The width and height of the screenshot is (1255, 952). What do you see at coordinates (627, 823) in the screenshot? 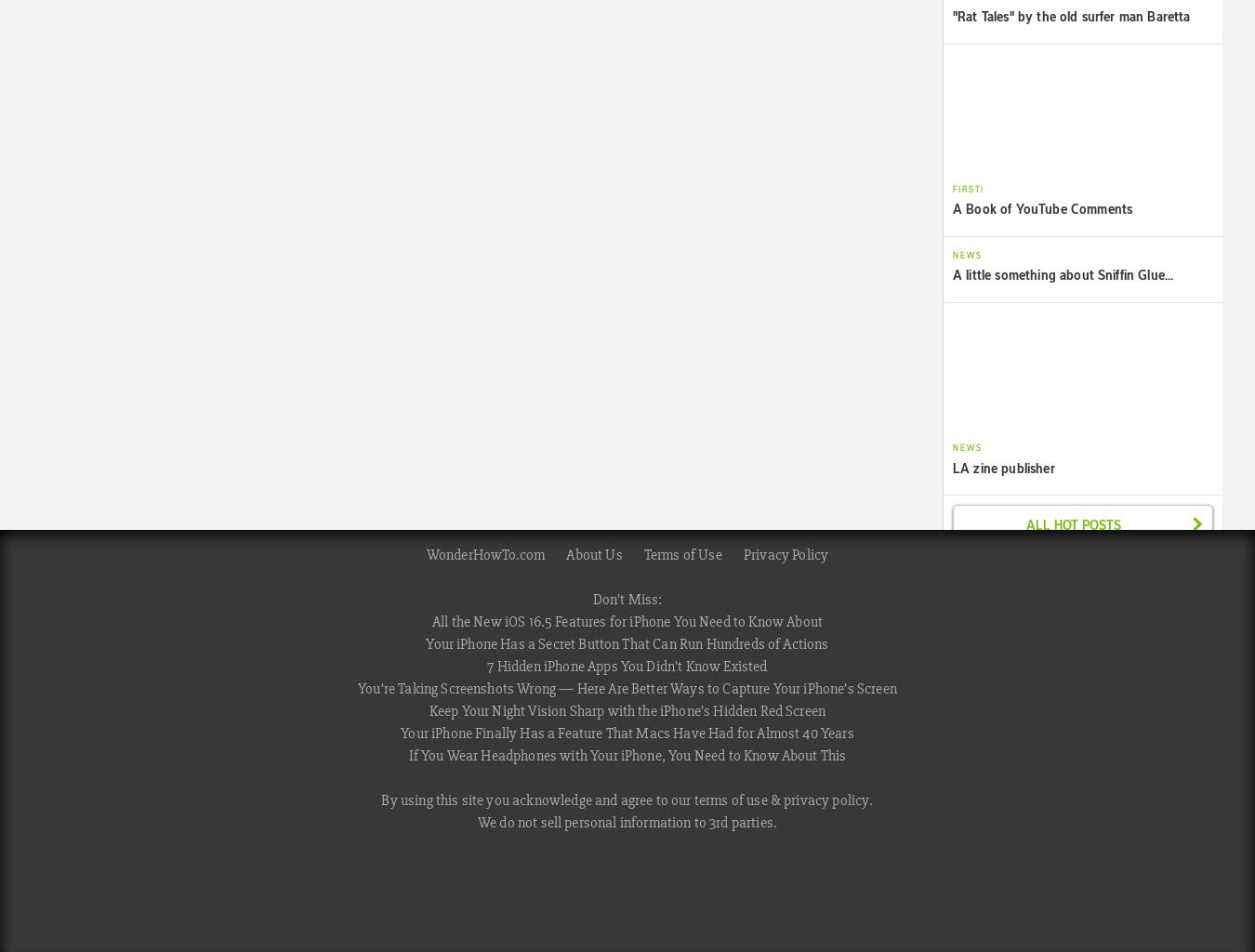
I see `'We do not sell personal information to 3rd parties.'` at bounding box center [627, 823].